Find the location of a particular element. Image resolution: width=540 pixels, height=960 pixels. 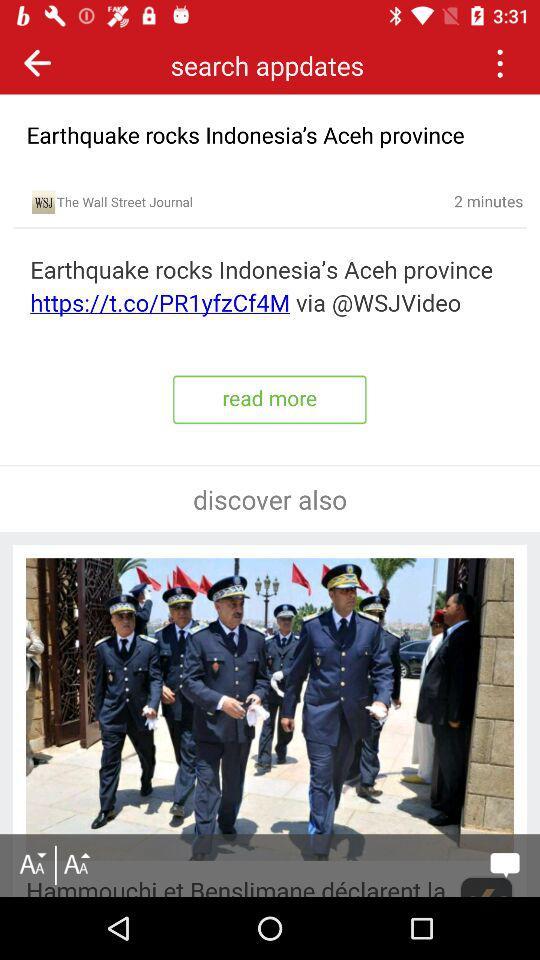

message option is located at coordinates (504, 864).